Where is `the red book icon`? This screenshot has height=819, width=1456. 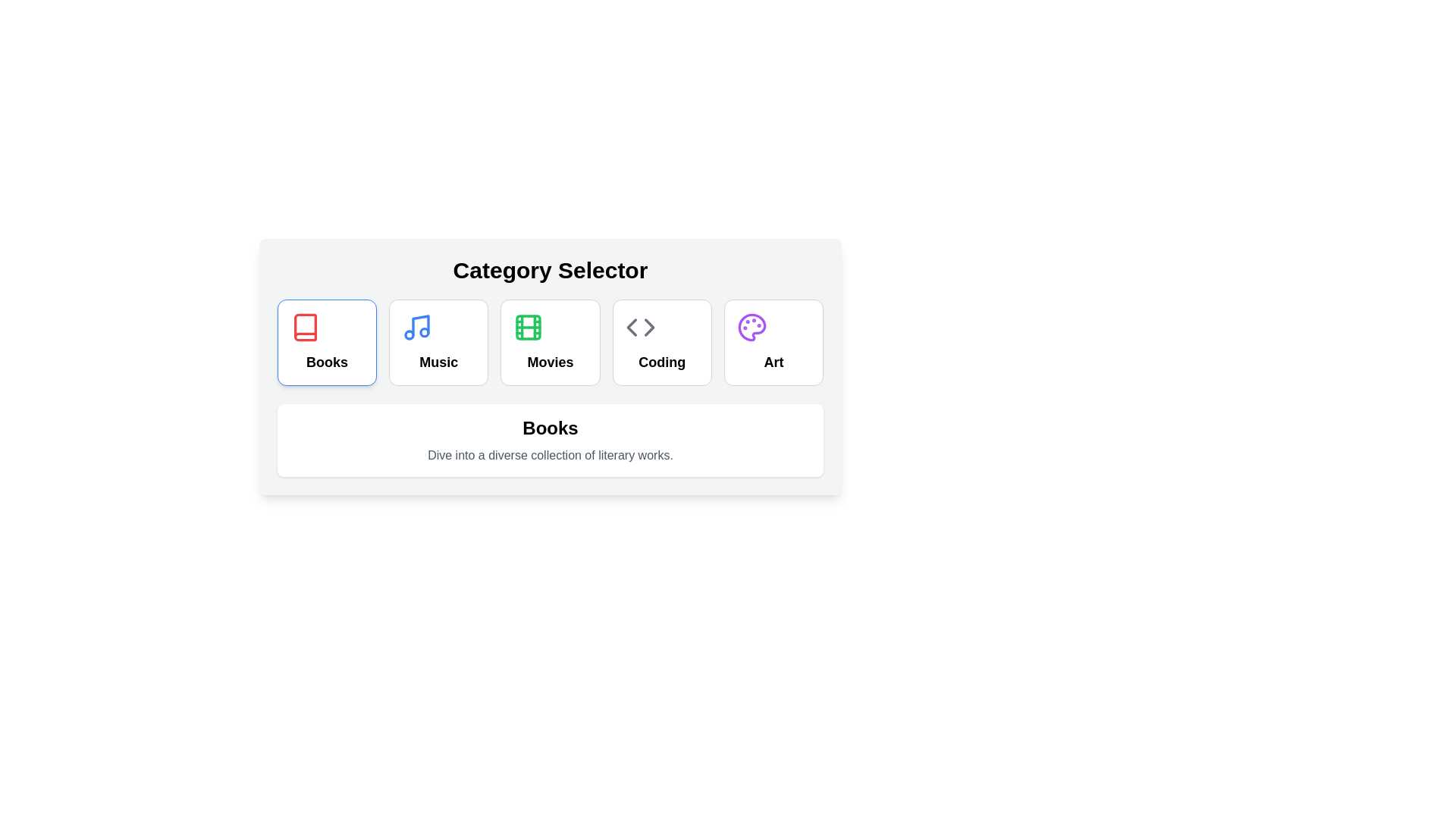 the red book icon is located at coordinates (305, 327).